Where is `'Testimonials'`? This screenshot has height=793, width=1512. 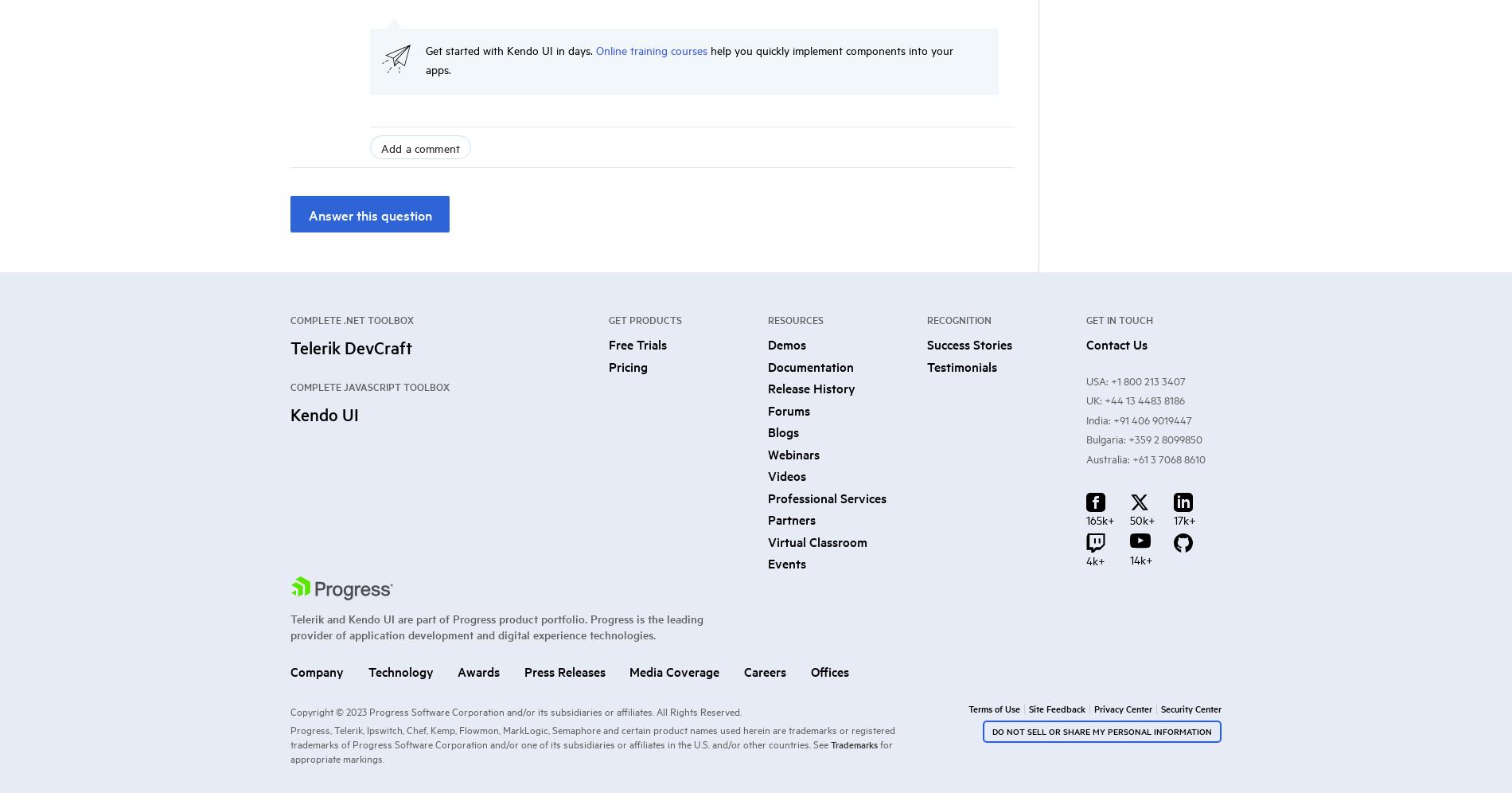 'Testimonials' is located at coordinates (961, 364).